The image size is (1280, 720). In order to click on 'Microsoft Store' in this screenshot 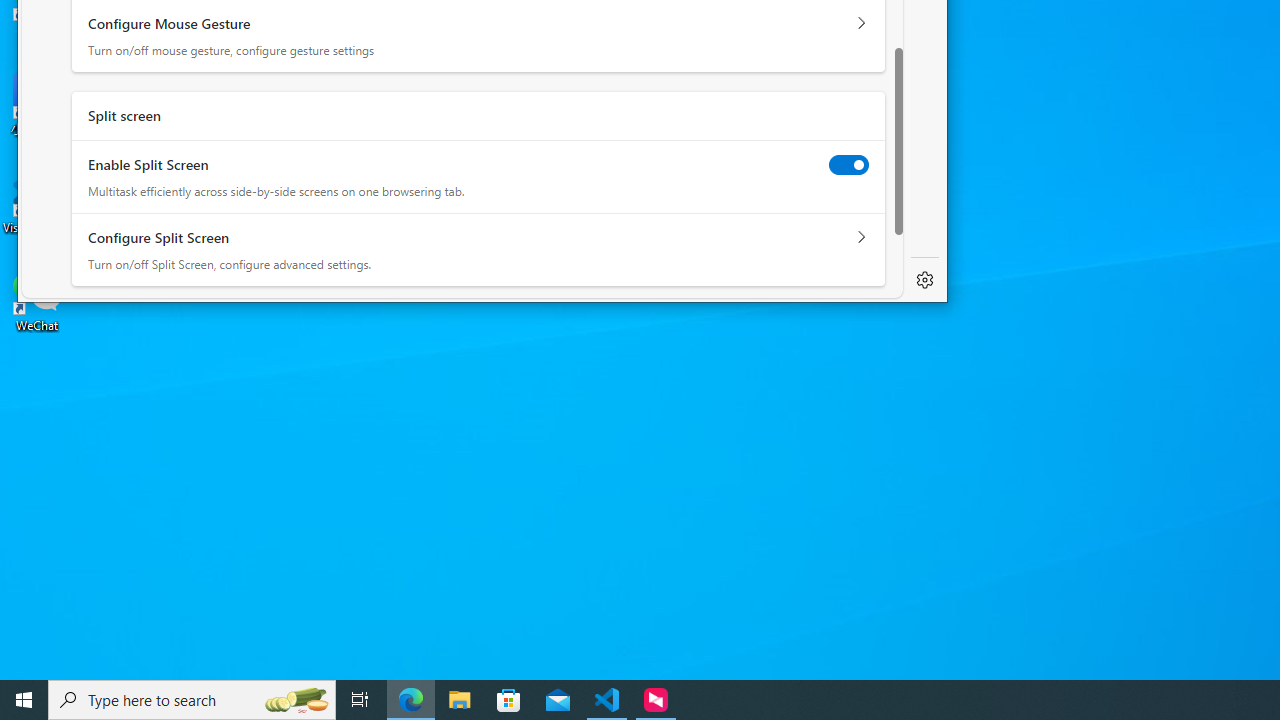, I will do `click(509, 698)`.